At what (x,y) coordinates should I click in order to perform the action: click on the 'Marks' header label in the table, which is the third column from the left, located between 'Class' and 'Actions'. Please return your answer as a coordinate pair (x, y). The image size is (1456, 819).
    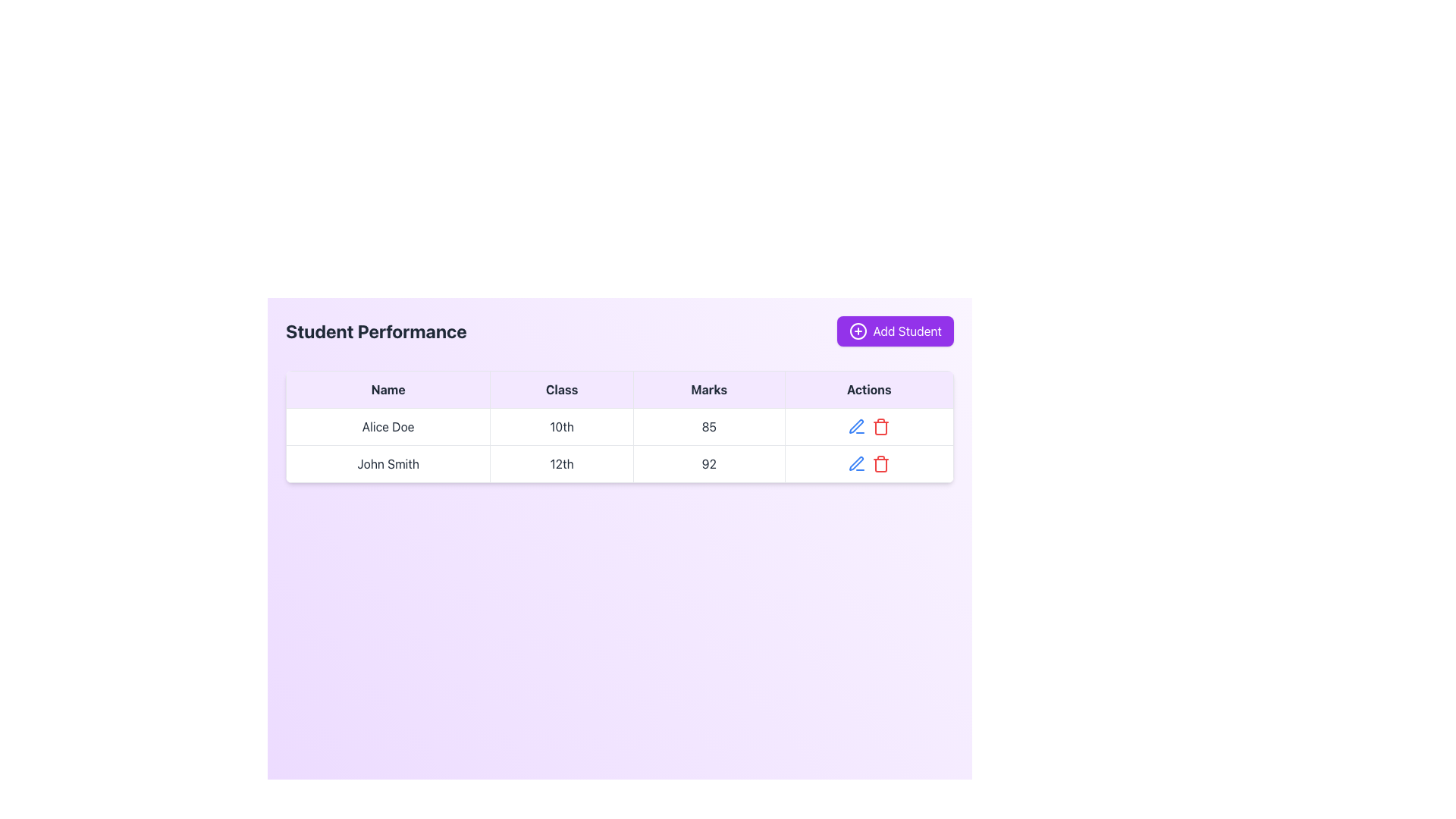
    Looking at the image, I should click on (708, 388).